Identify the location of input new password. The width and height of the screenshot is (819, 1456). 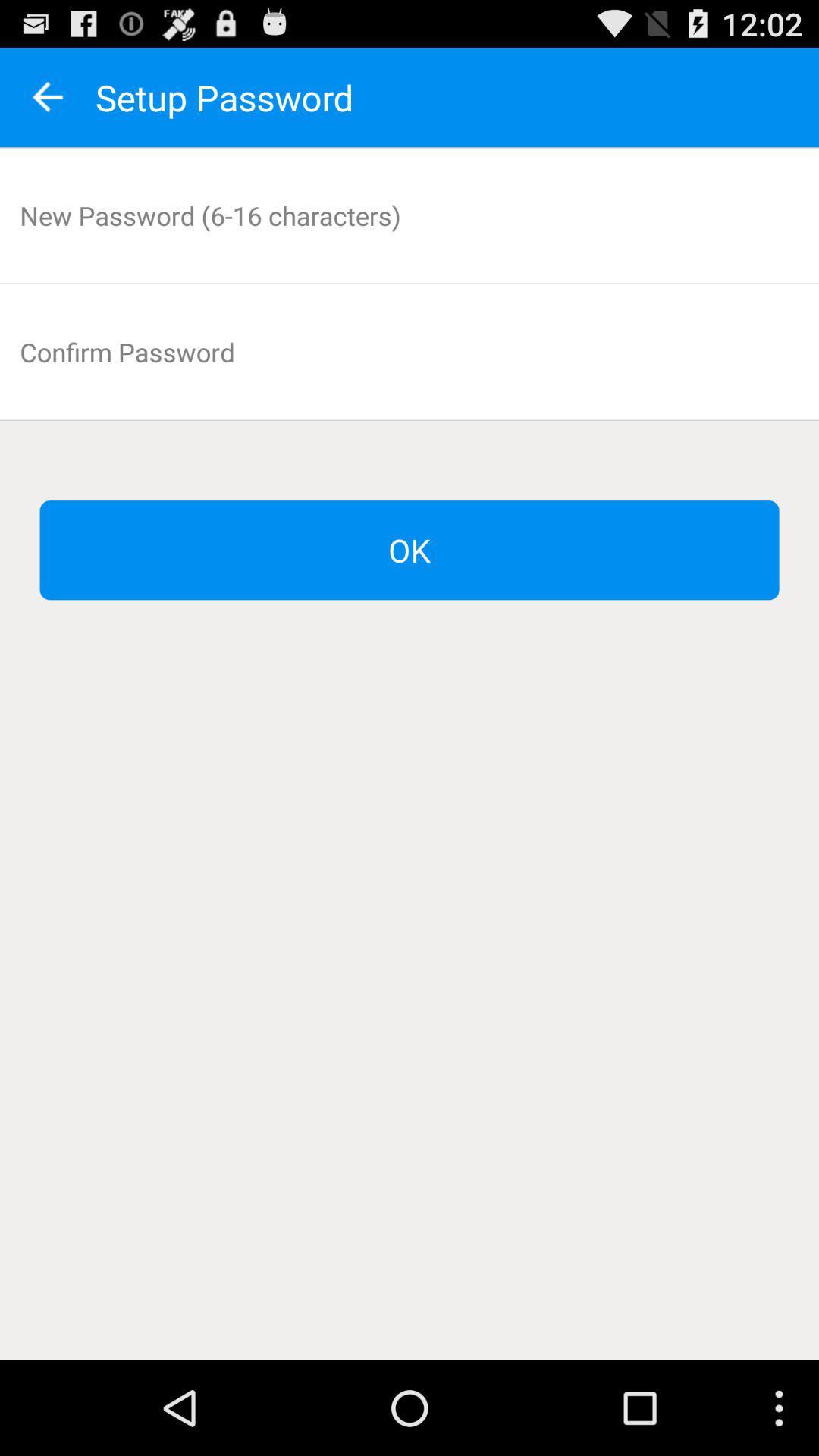
(409, 215).